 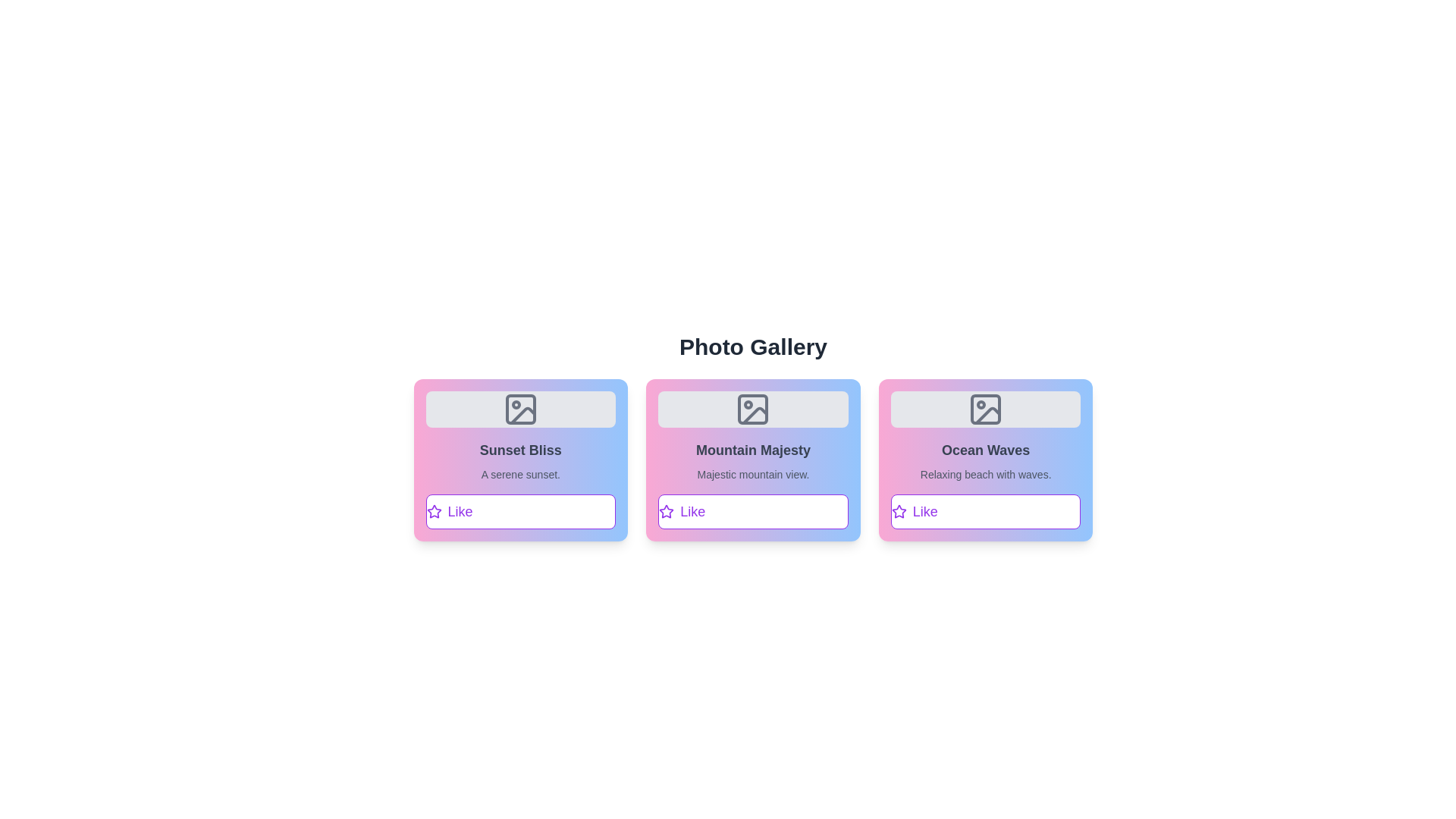 I want to click on 'Like' button for the photo titled 'Mountain Majesty', so click(x=753, y=512).